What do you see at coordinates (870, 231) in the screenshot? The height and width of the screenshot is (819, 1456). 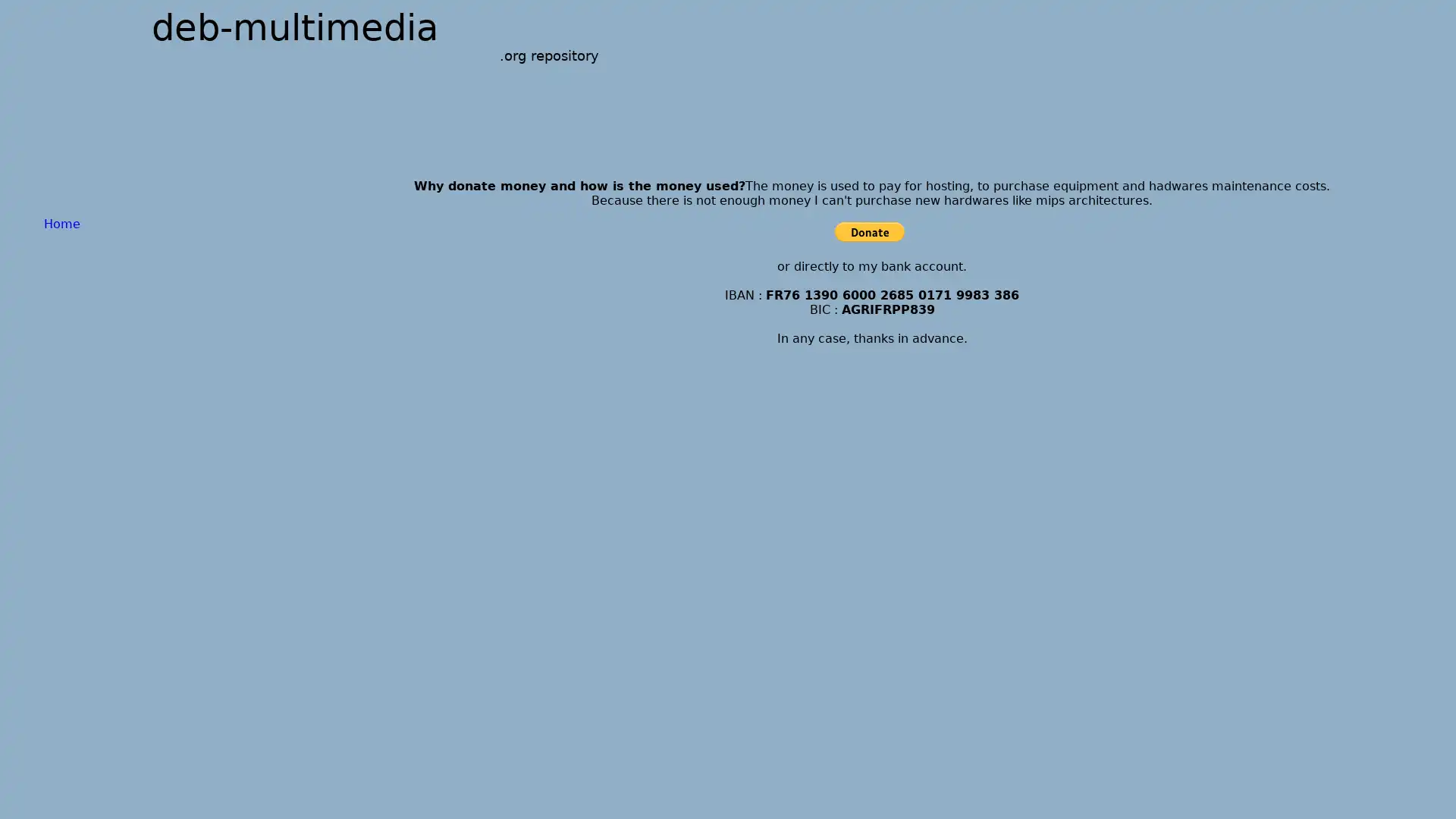 I see `PayPal - The safer, easier way to pay online!` at bounding box center [870, 231].